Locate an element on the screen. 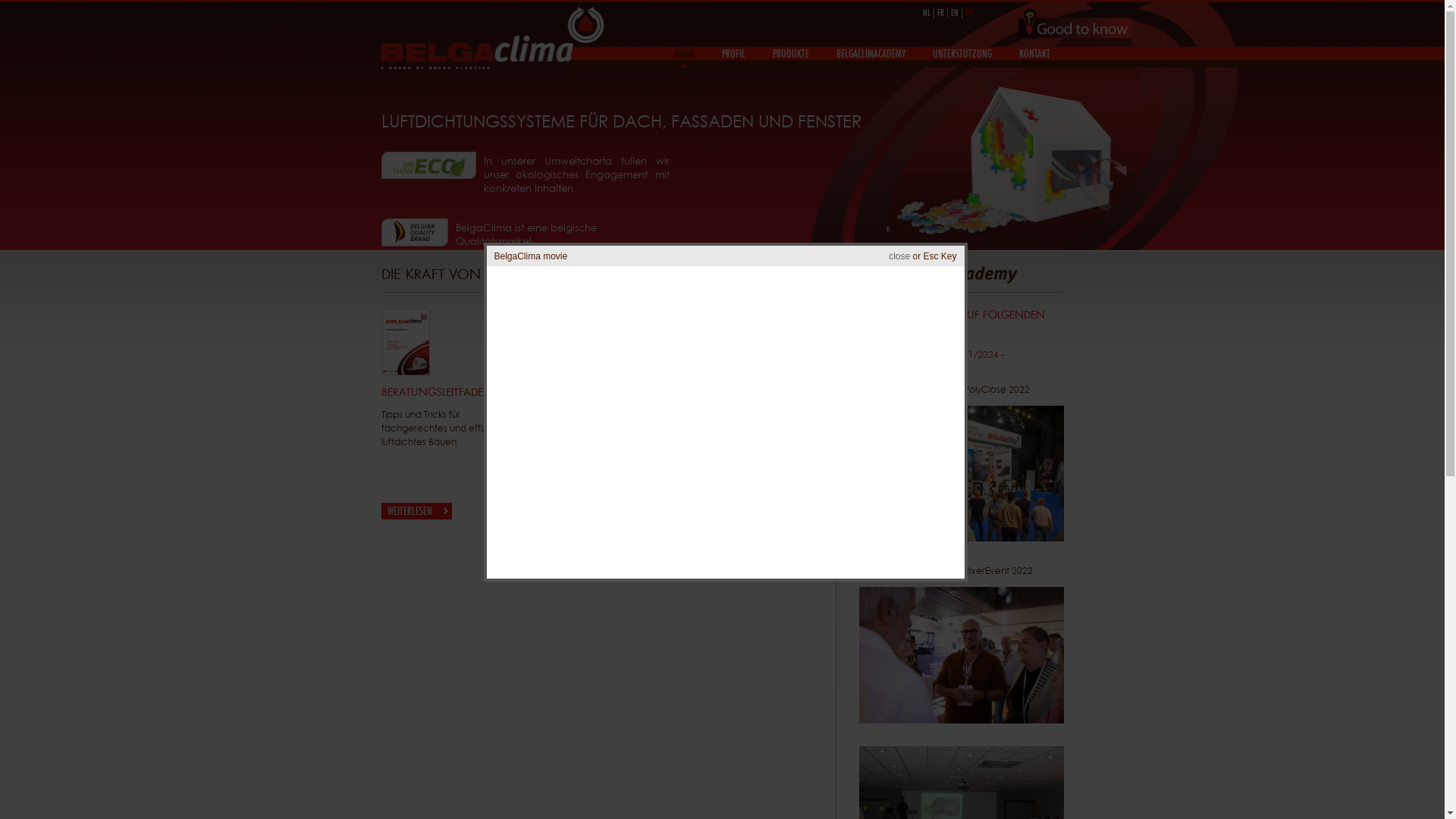  'DE' is located at coordinates (967, 12).